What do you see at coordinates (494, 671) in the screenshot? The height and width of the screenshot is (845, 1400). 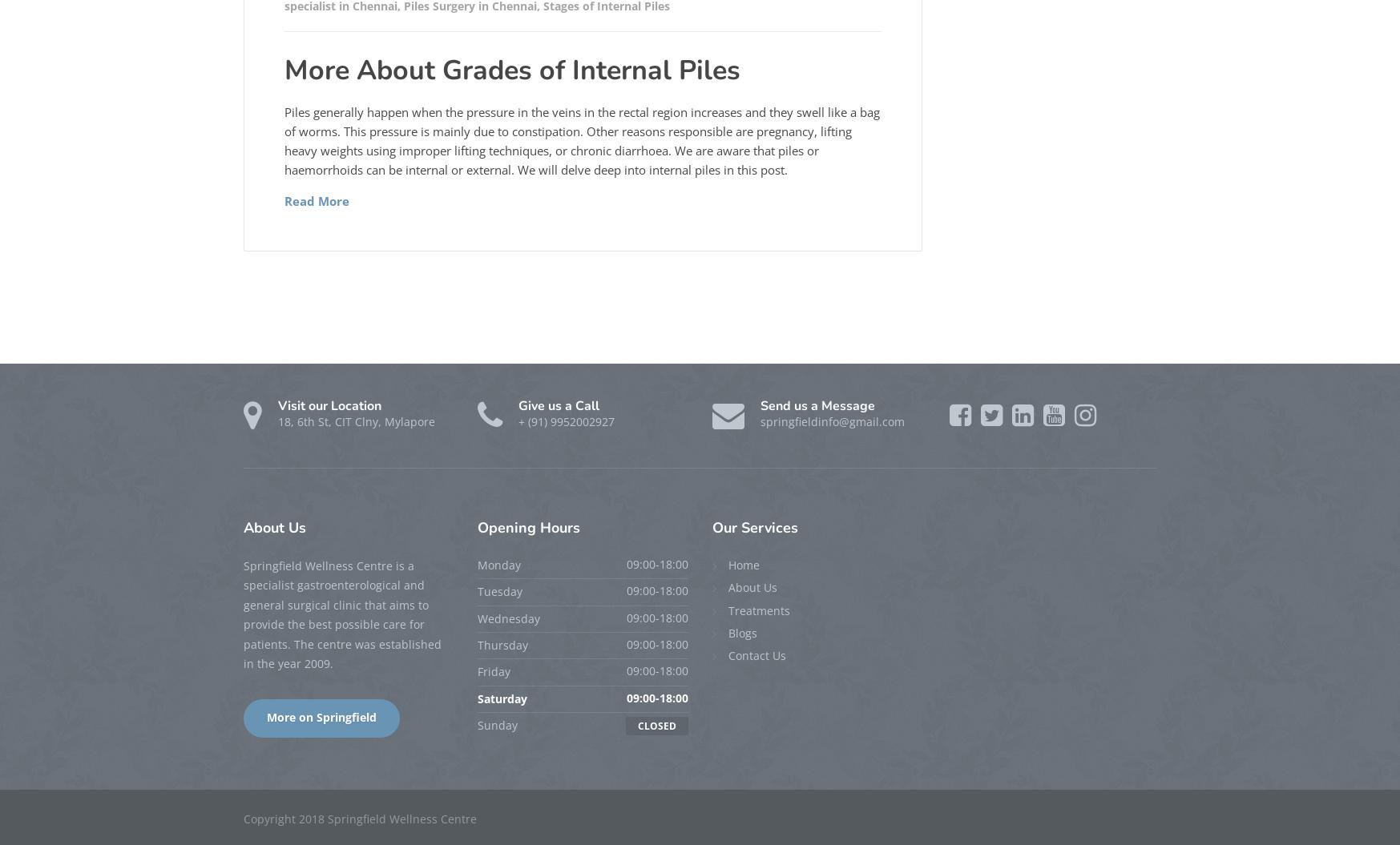 I see `'Friday'` at bounding box center [494, 671].